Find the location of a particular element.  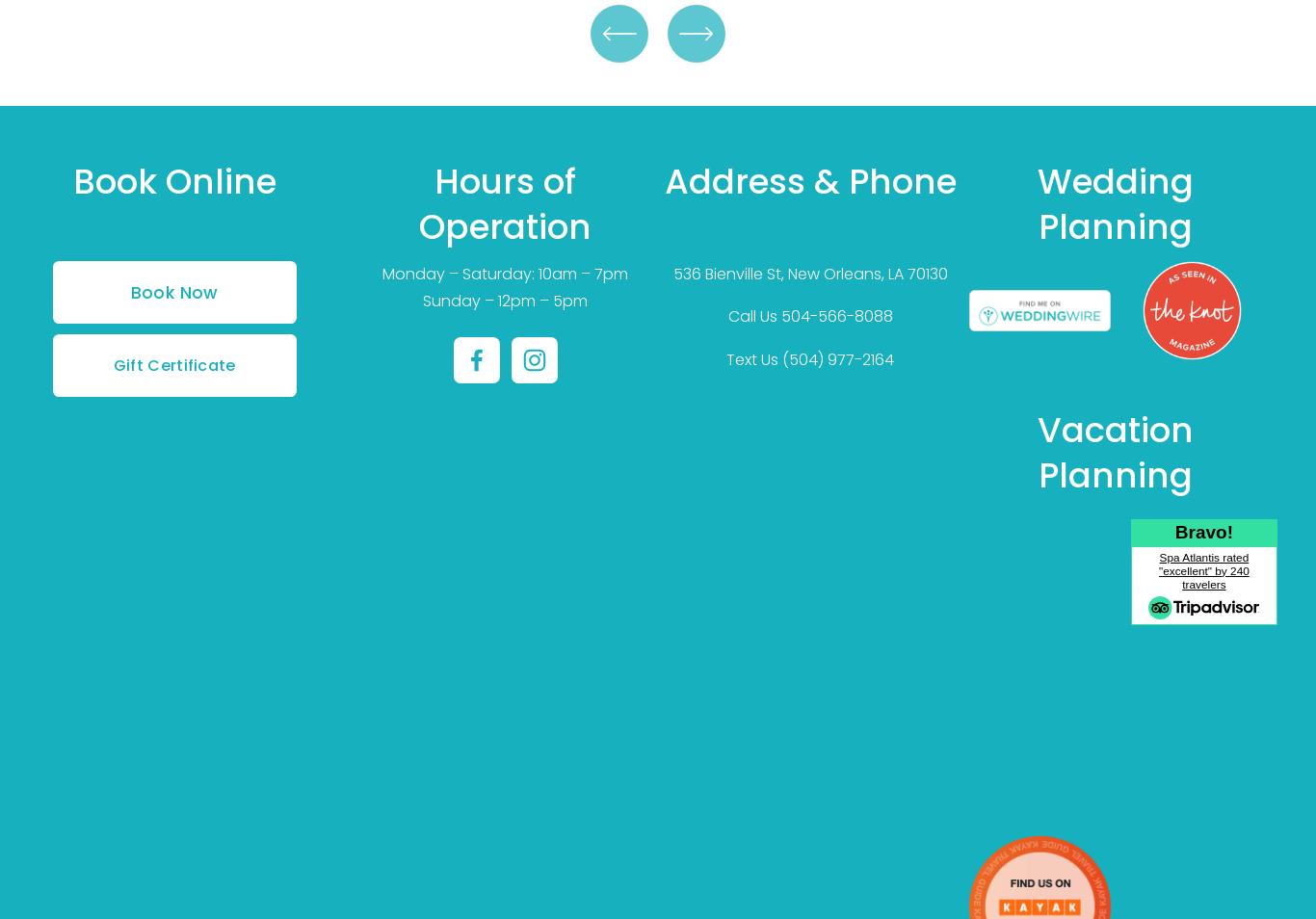

'Monday – Saturday: 10am – 7pm' is located at coordinates (505, 273).